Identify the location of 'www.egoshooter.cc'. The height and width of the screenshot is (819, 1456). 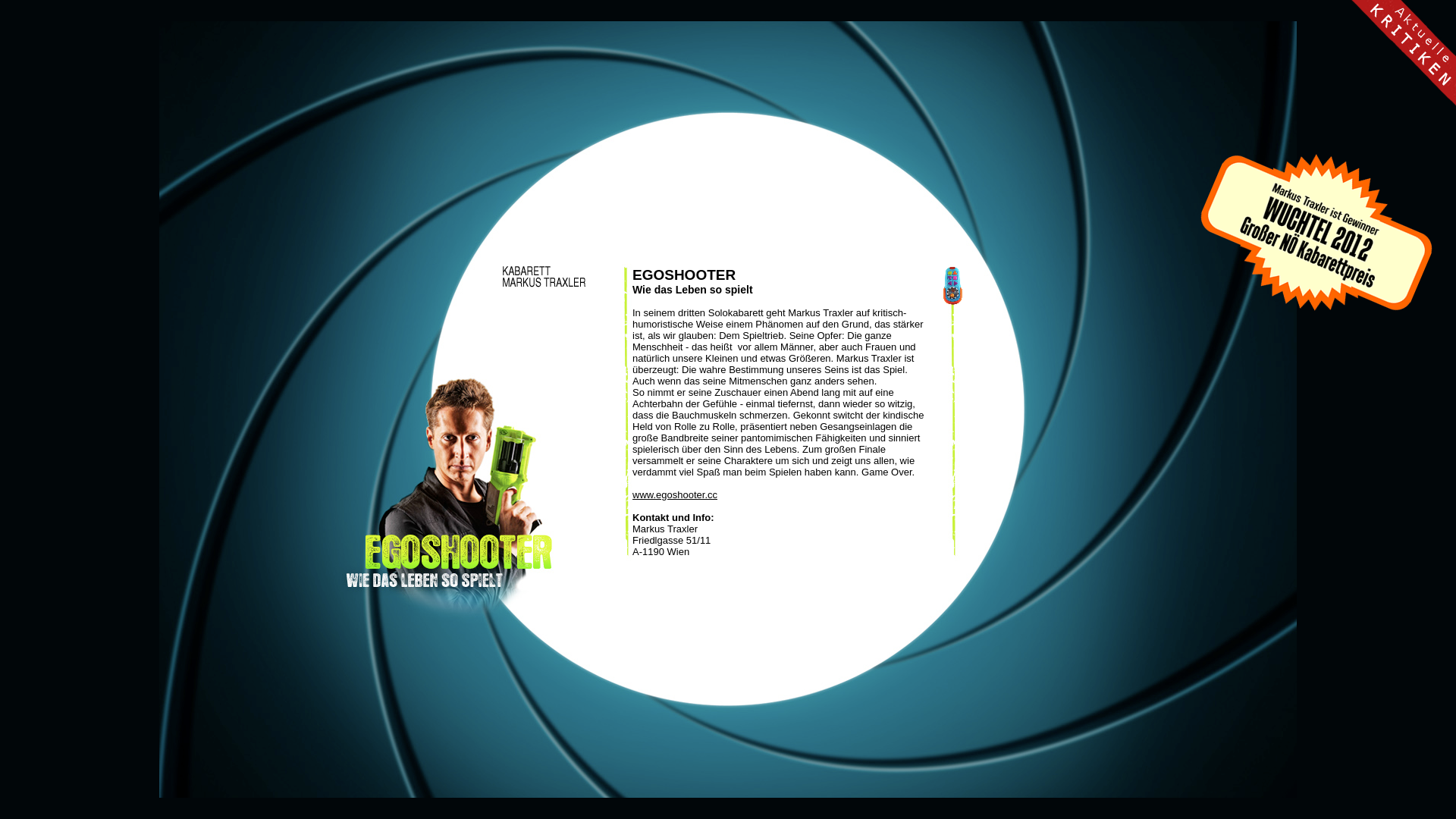
(632, 494).